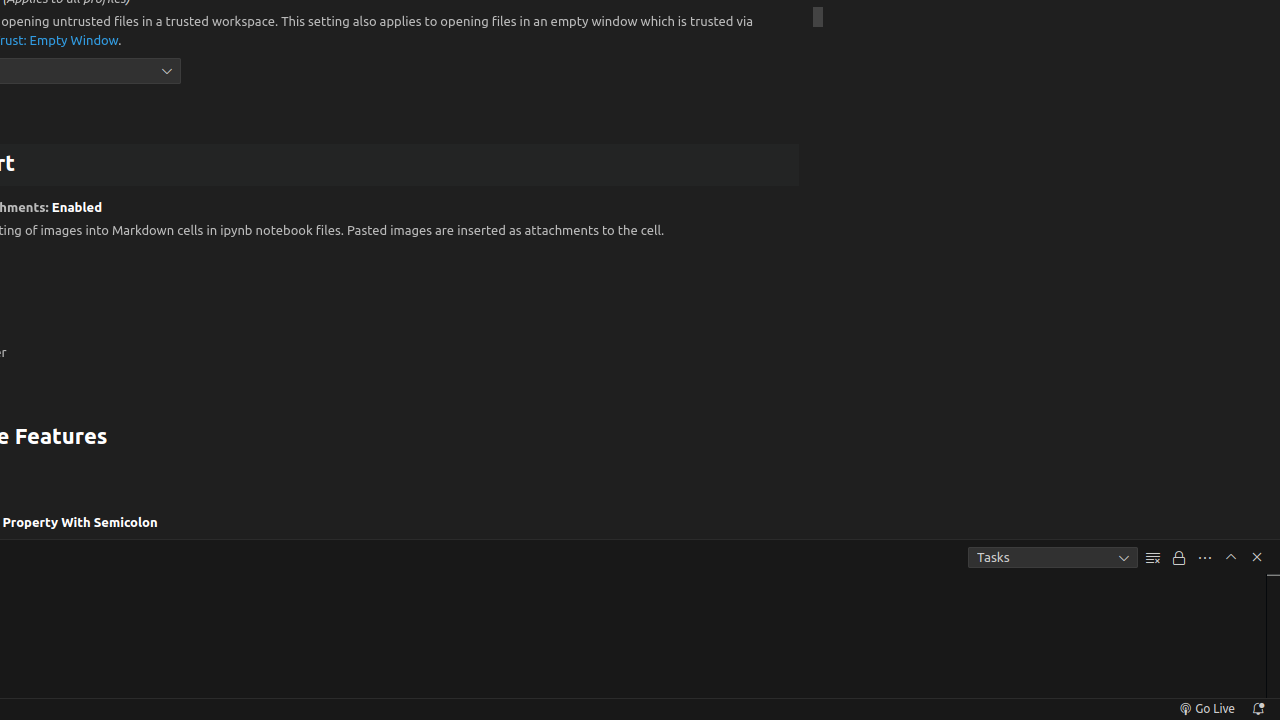 The height and width of the screenshot is (720, 1280). I want to click on 'Views and More Actions...', so click(1203, 557).